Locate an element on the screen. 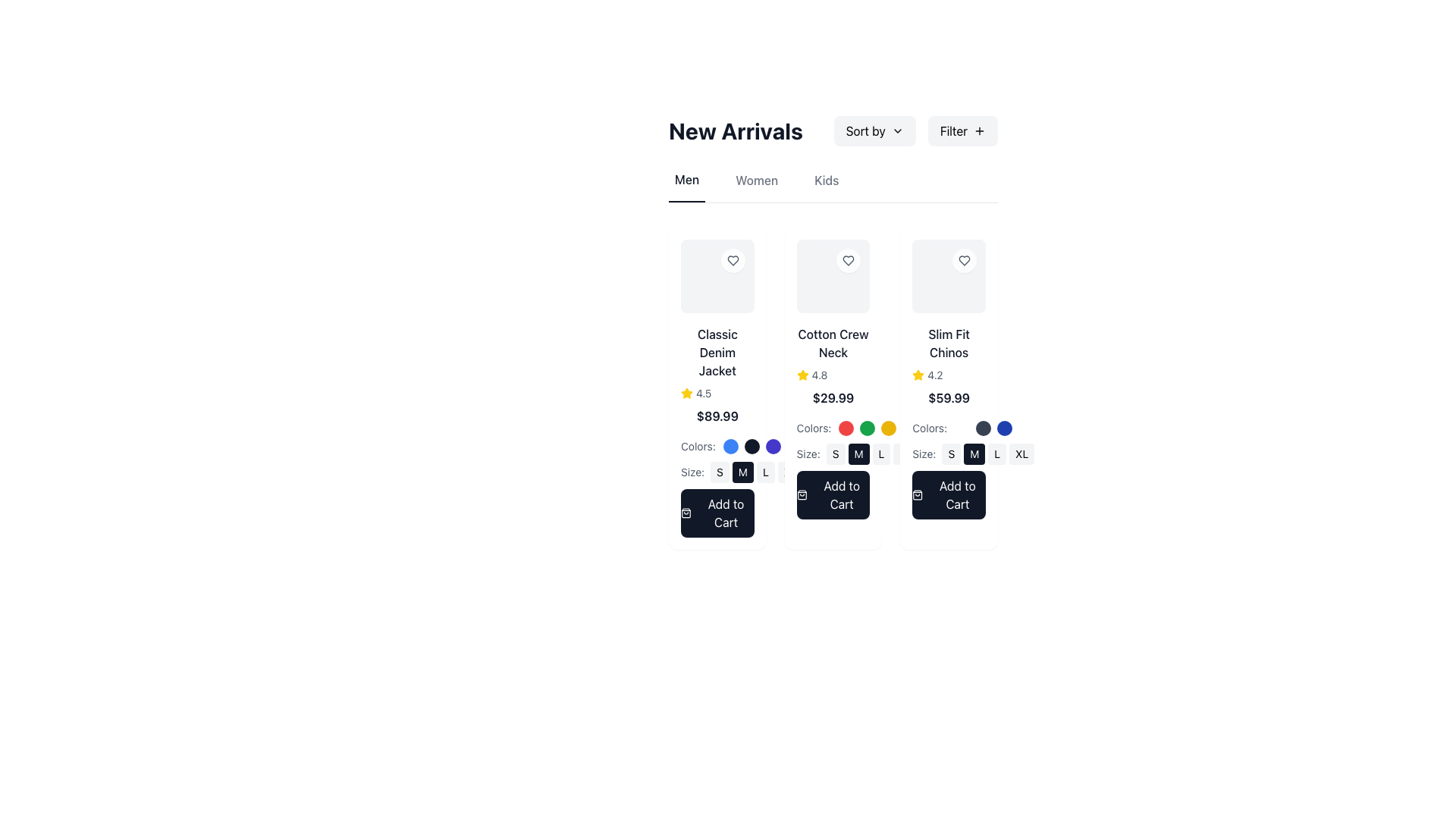 This screenshot has height=819, width=1456. the 'Quick View' button, which is a rounded button with a white background that transitions to light gray on hover, located in the center column of the product grid for 'Cotton Crew Neck' is located at coordinates (833, 276).